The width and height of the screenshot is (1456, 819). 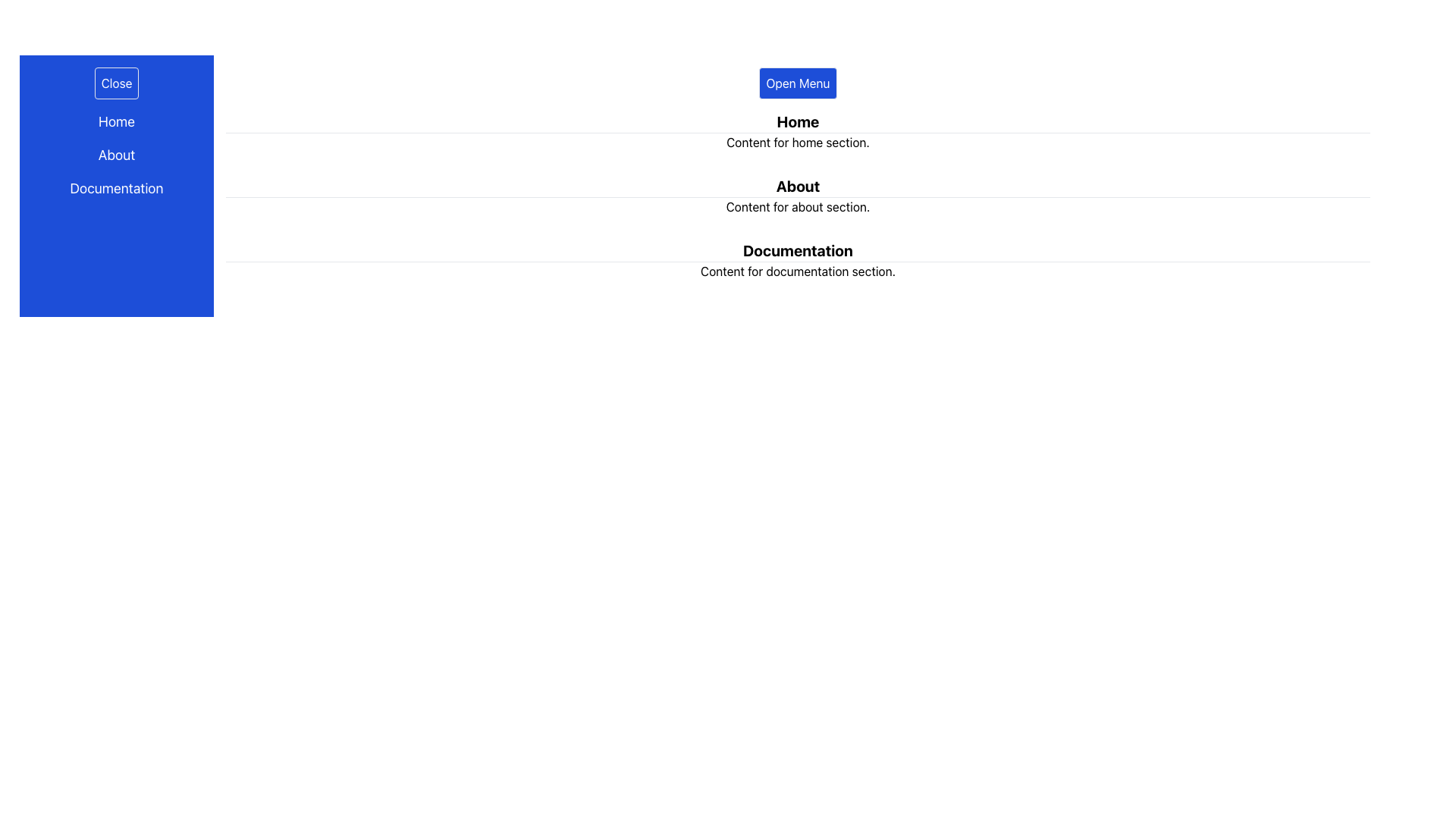 What do you see at coordinates (115, 155) in the screenshot?
I see `the Navigation link located on the left sidebar above the 'Documentation' link` at bounding box center [115, 155].